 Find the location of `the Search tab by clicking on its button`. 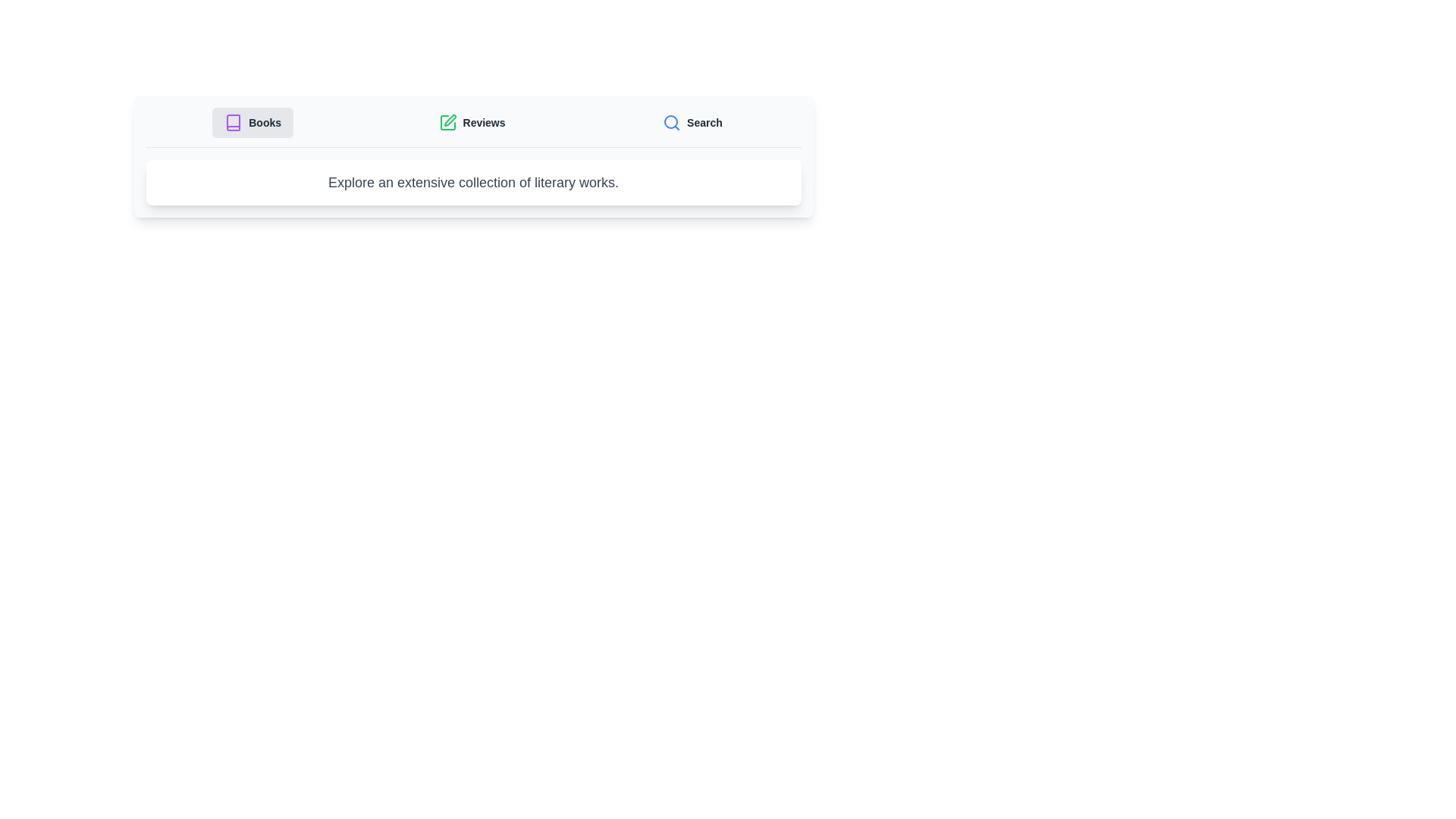

the Search tab by clicking on its button is located at coordinates (692, 122).